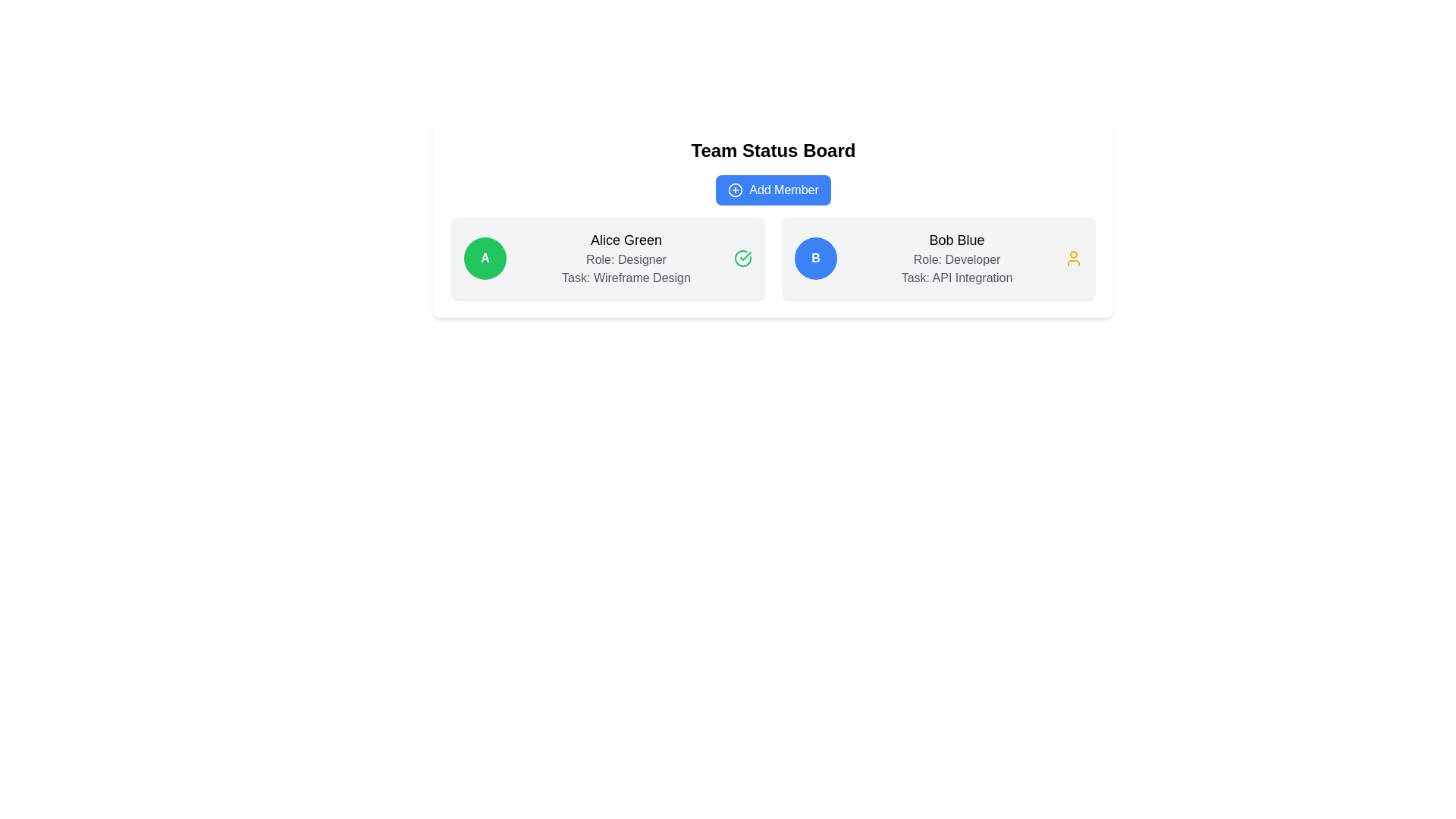 The image size is (1456, 819). Describe the element at coordinates (484, 257) in the screenshot. I see `the circular avatar with a green background and a bold white letter 'A' that represents 'Alice Green'` at that location.